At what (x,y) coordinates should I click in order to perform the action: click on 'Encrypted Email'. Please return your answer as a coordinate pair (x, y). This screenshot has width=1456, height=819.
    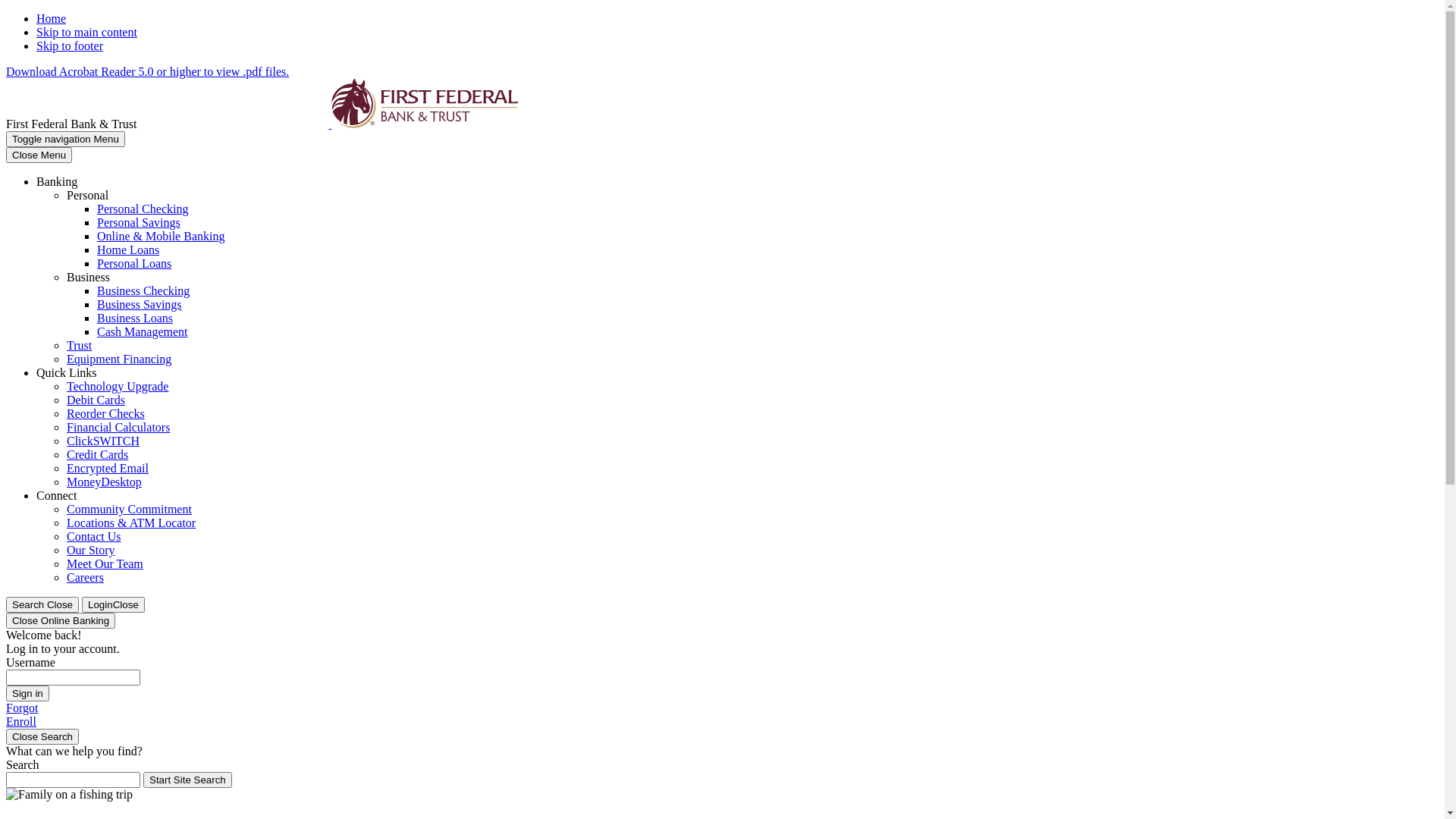
    Looking at the image, I should click on (107, 467).